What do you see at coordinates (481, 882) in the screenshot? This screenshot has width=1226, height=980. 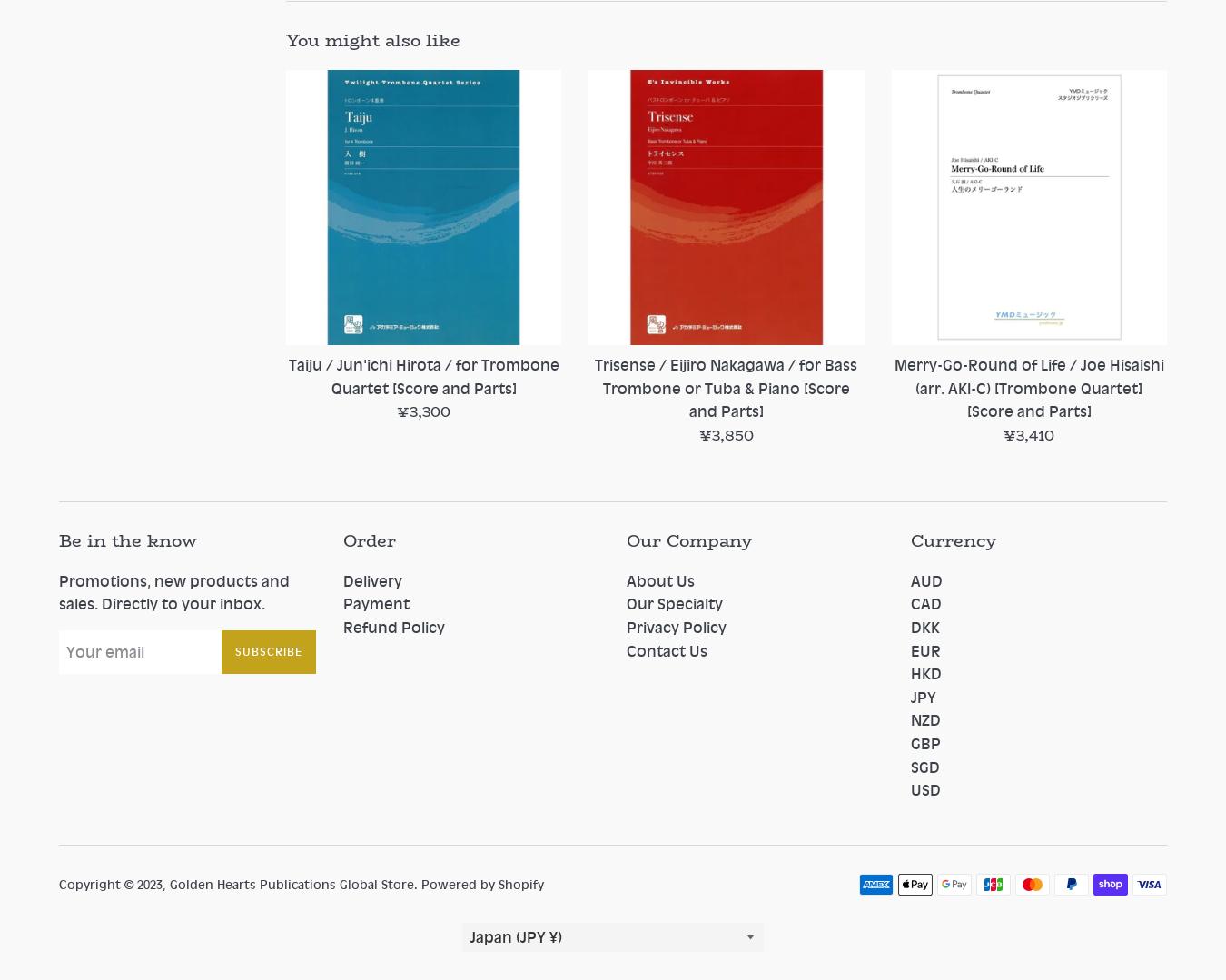 I see `'Powered by Shopify'` at bounding box center [481, 882].